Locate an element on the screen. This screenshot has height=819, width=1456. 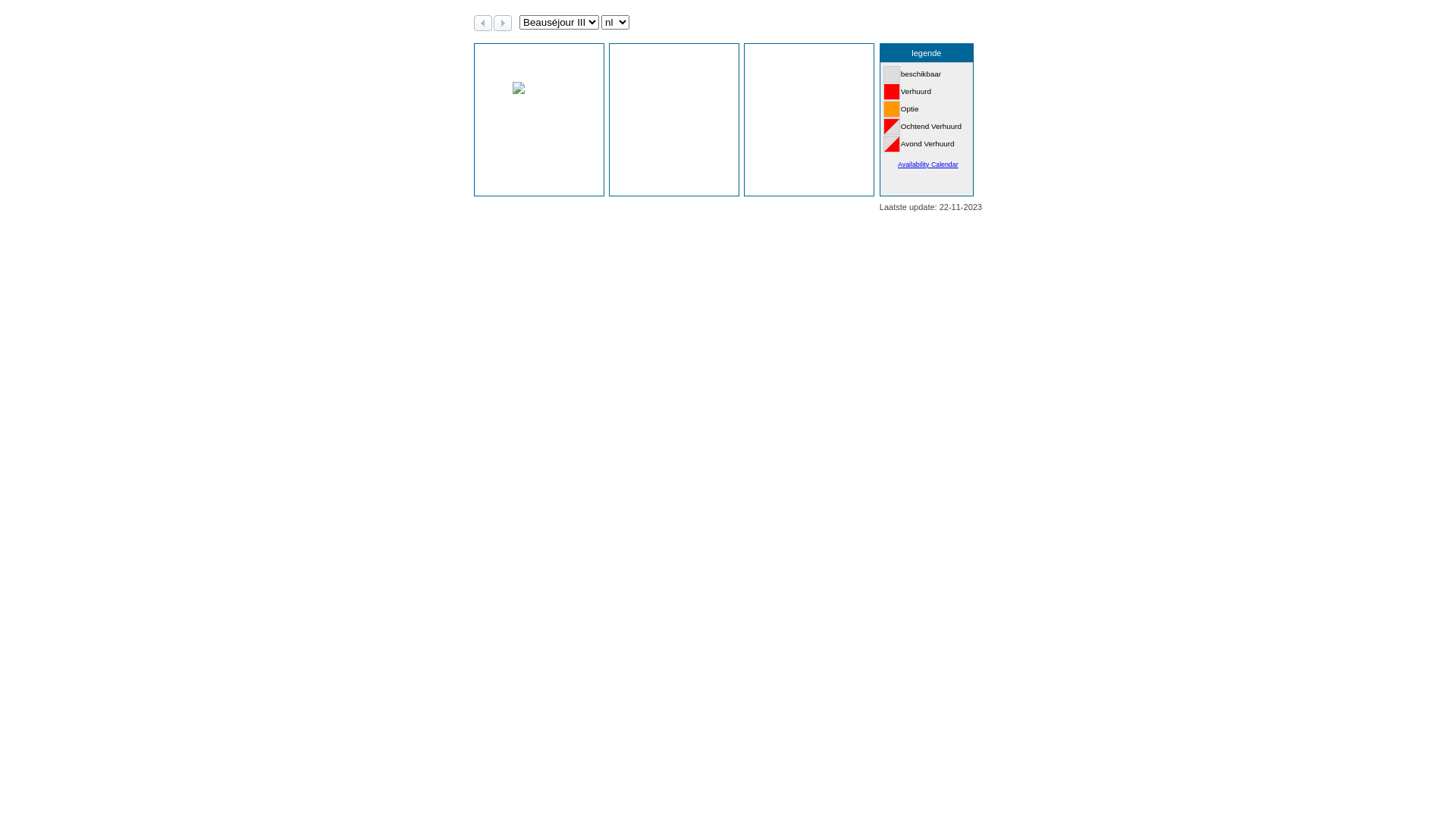
'volgende maanden' is located at coordinates (494, 25).